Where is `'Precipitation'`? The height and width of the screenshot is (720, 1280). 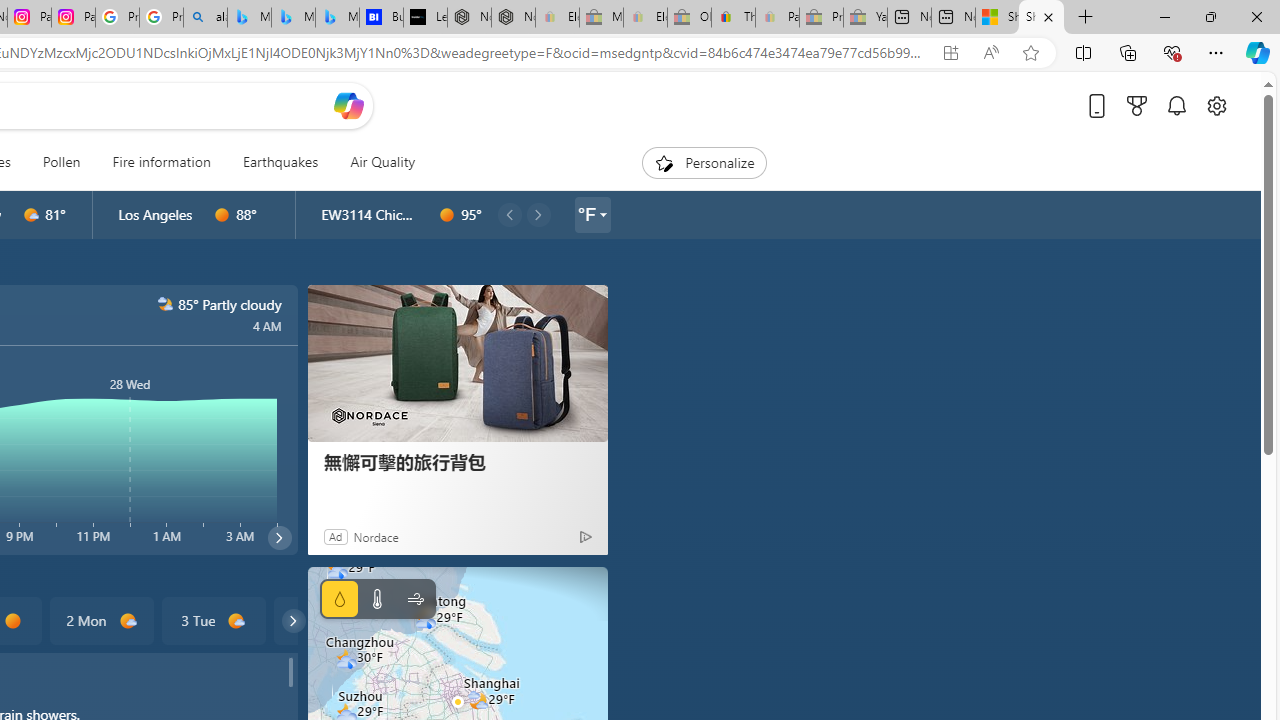
'Precipitation' is located at coordinates (339, 598).